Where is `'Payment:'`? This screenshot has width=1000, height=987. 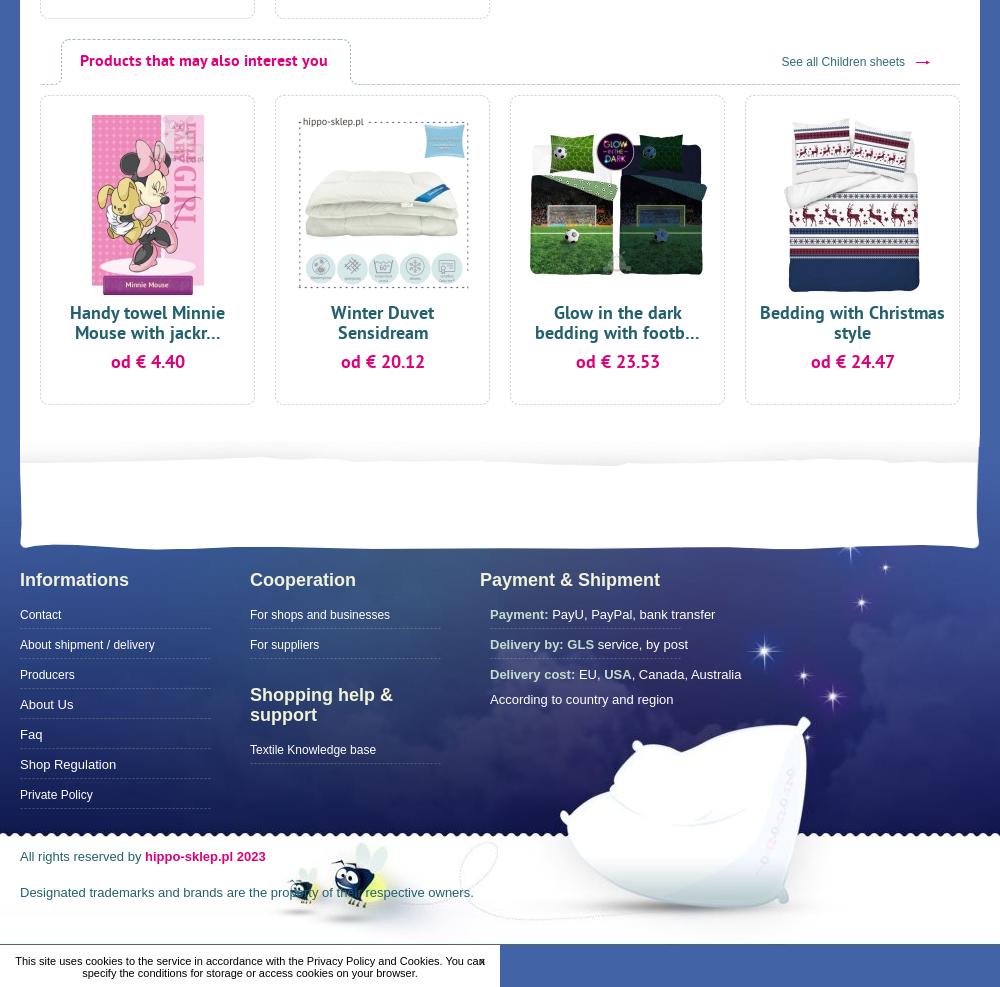 'Payment:' is located at coordinates (521, 613).